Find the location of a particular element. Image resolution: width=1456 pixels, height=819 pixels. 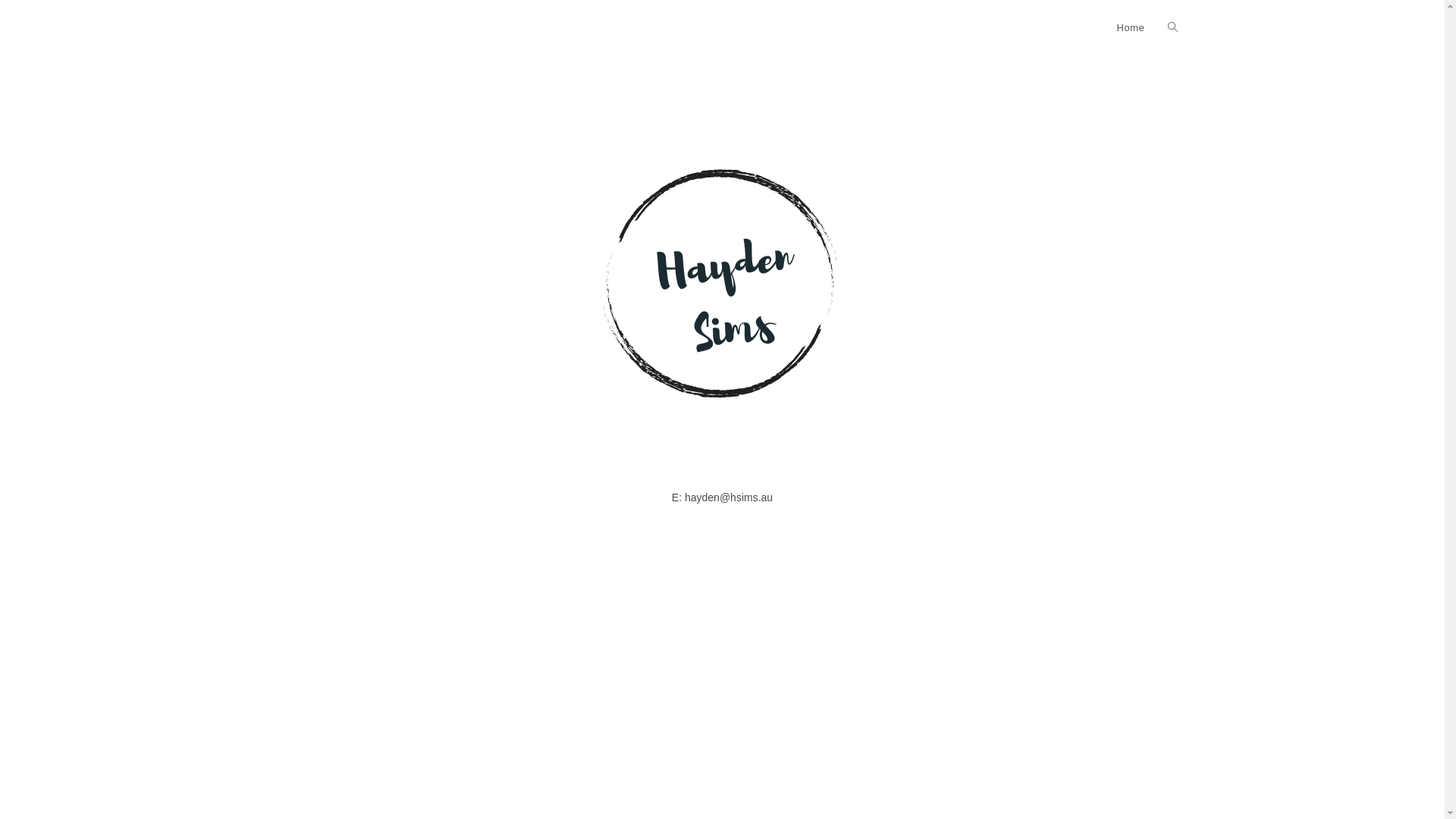

'Toggle website search' is located at coordinates (1171, 28).